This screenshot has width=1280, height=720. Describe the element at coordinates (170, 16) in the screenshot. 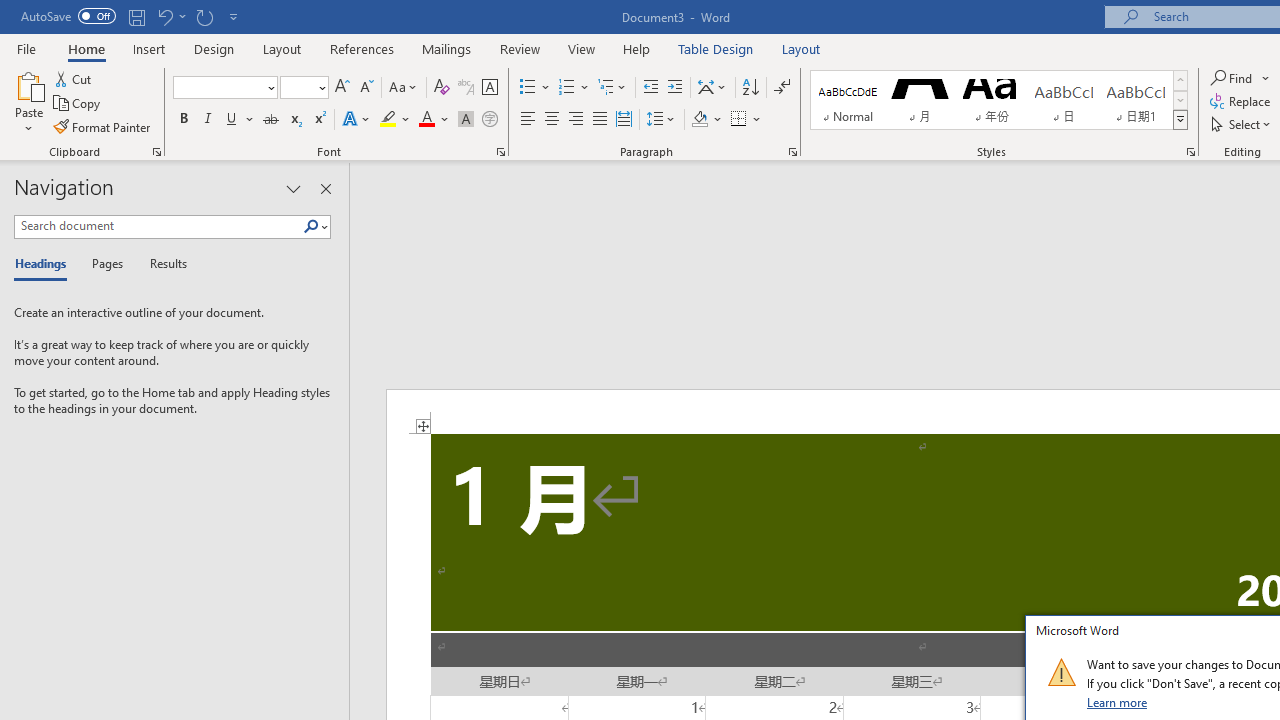

I see `'Undo Apply Quick Style'` at that location.